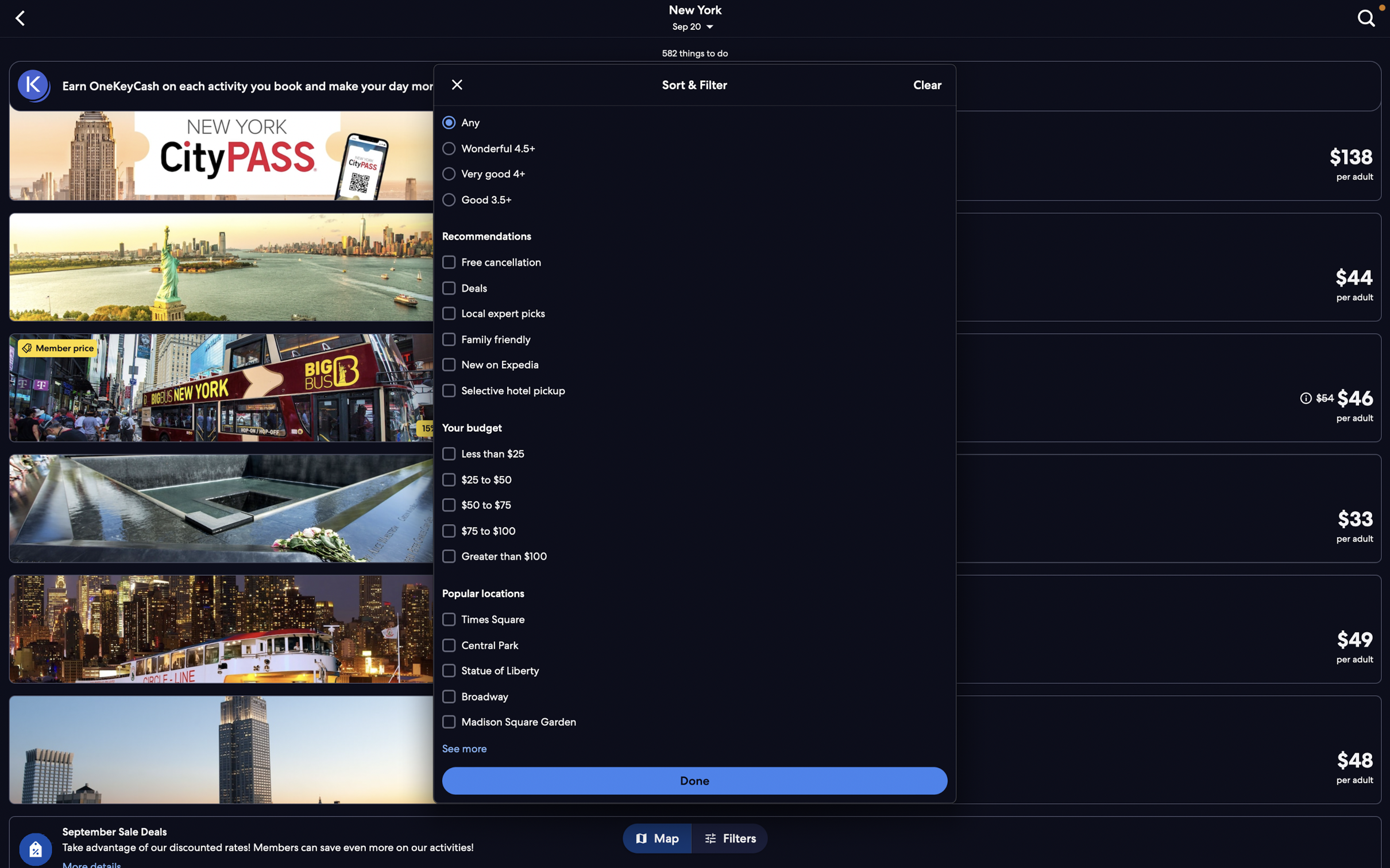 The height and width of the screenshot is (868, 1390). I want to click on all price brackets below $75, so click(695, 452).